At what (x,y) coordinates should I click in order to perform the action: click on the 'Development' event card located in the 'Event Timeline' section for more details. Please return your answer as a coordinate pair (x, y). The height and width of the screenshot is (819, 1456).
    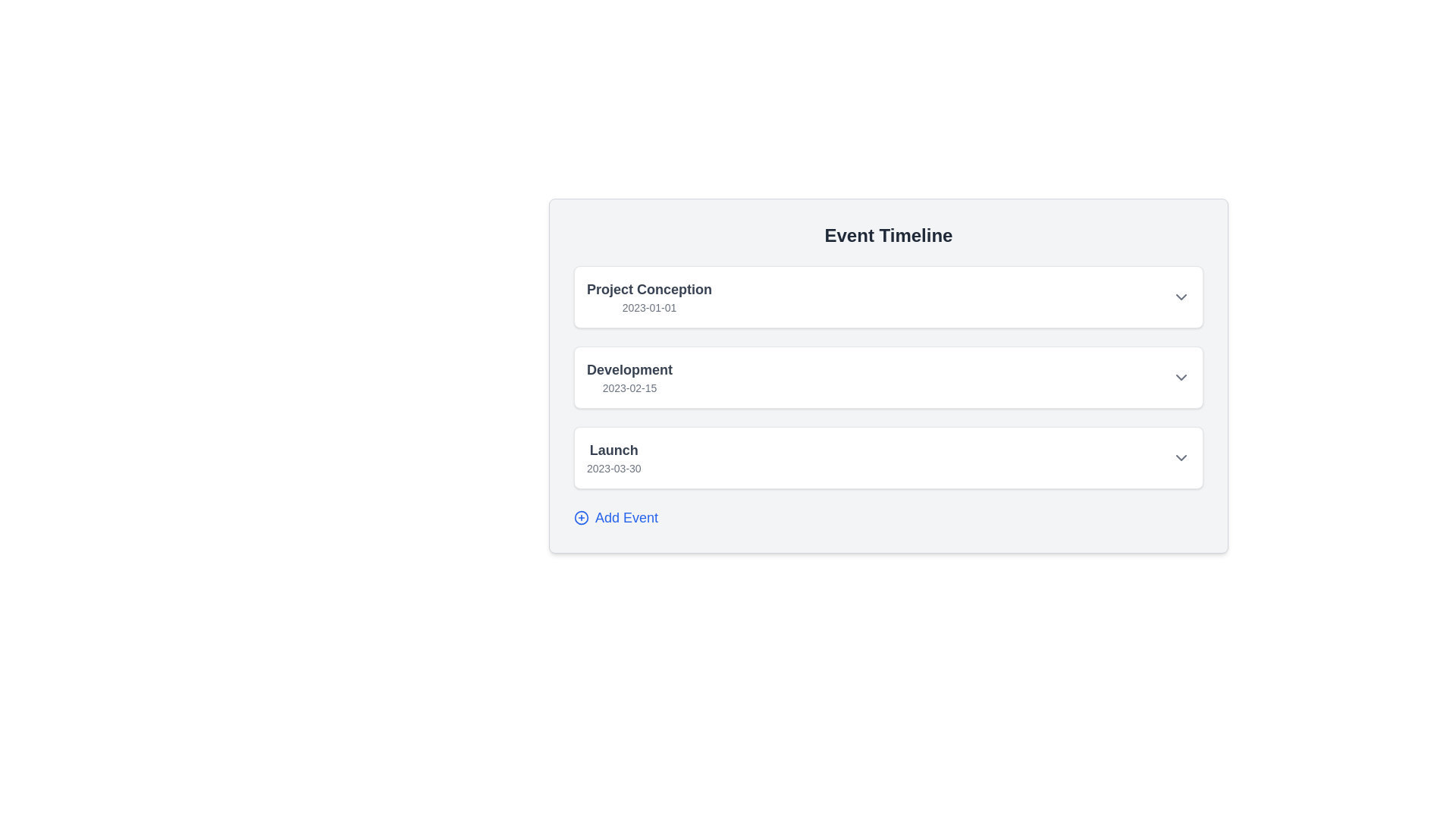
    Looking at the image, I should click on (888, 375).